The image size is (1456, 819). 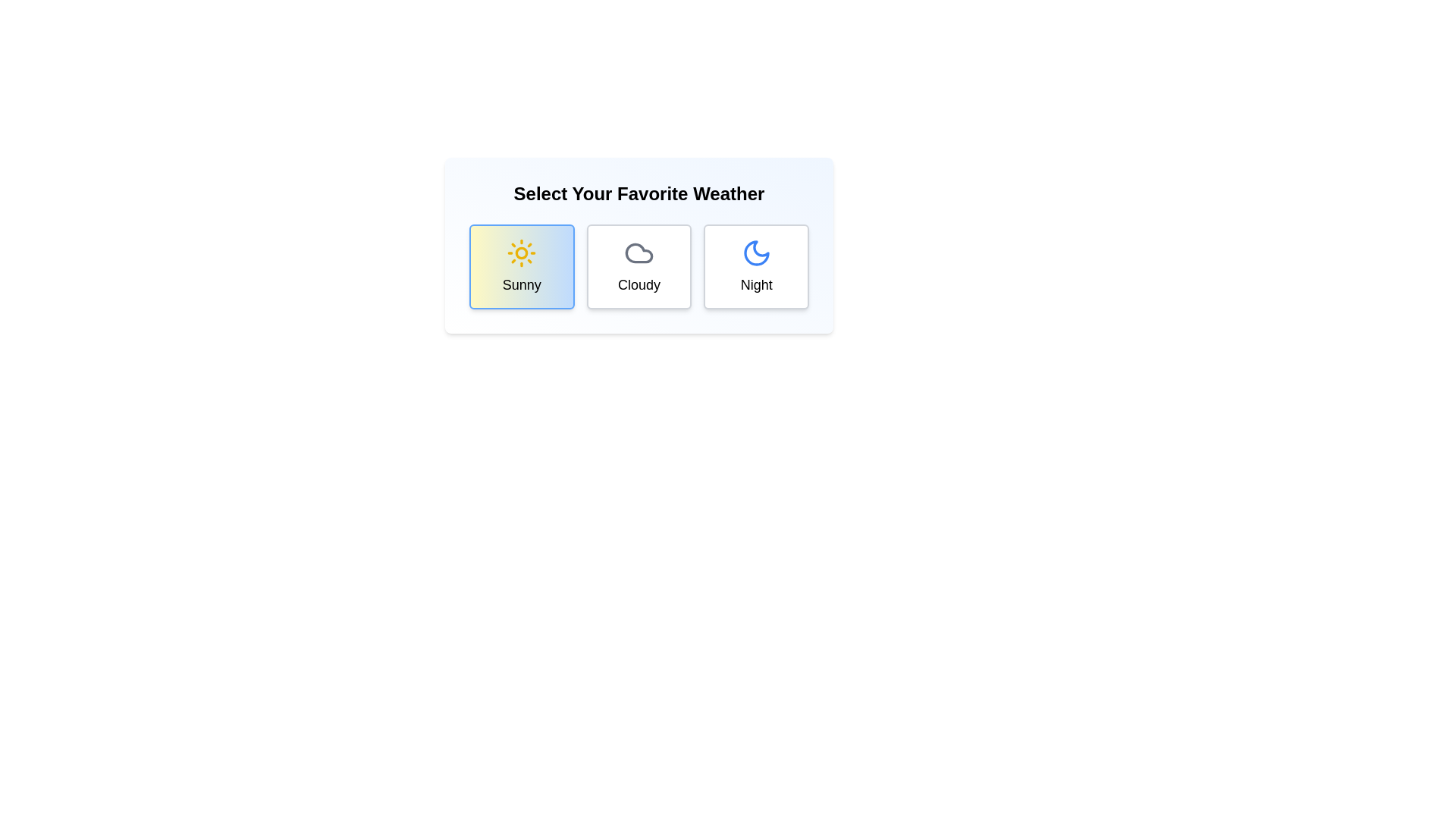 What do you see at coordinates (522, 265) in the screenshot?
I see `the 'Sunny' weather option card located at the top-left corner of the set of three horizontally arranged cards` at bounding box center [522, 265].